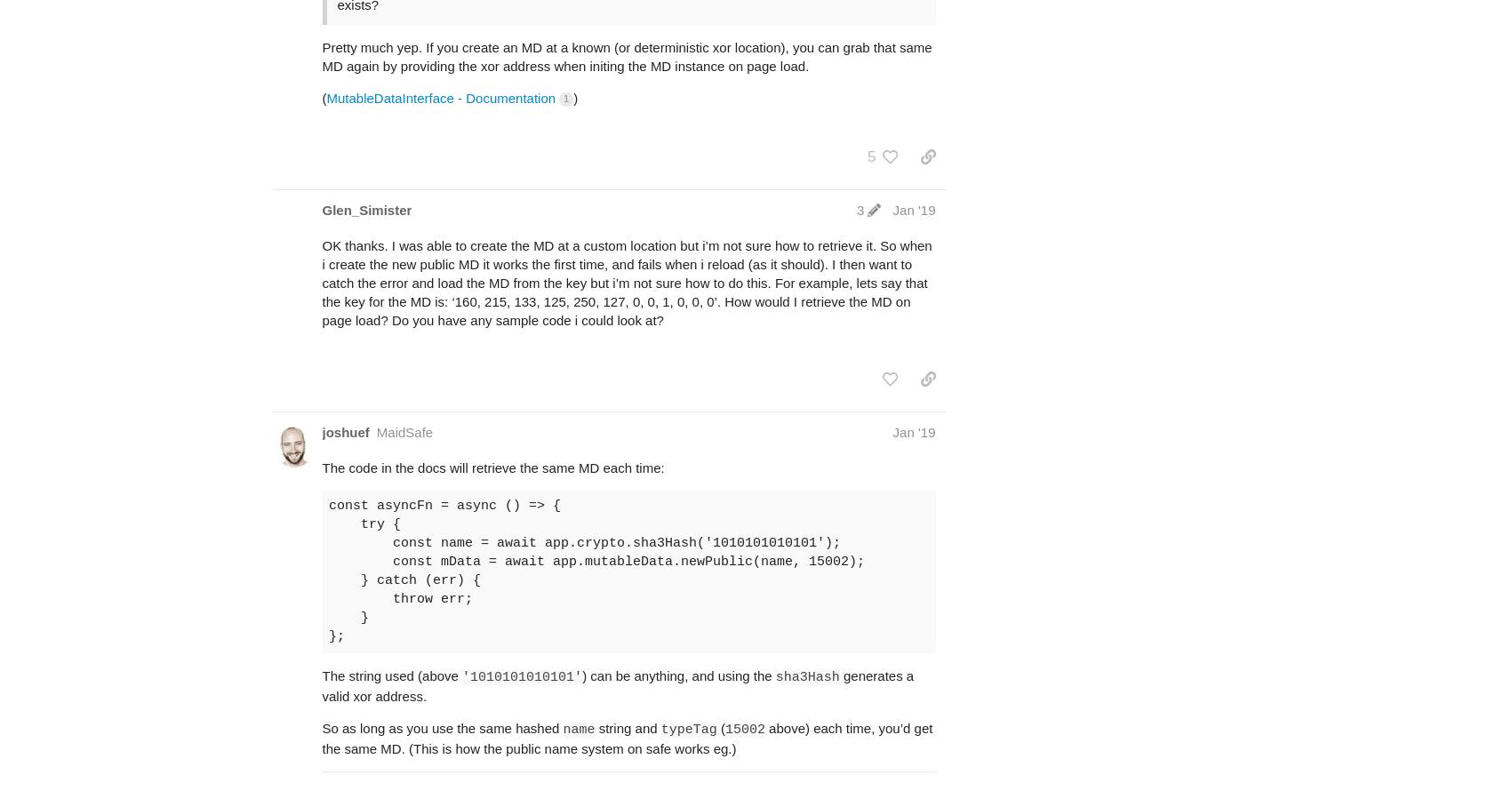 Image resolution: width=1512 pixels, height=791 pixels. I want to click on 'So as long as you use the same hashed', so click(442, 726).